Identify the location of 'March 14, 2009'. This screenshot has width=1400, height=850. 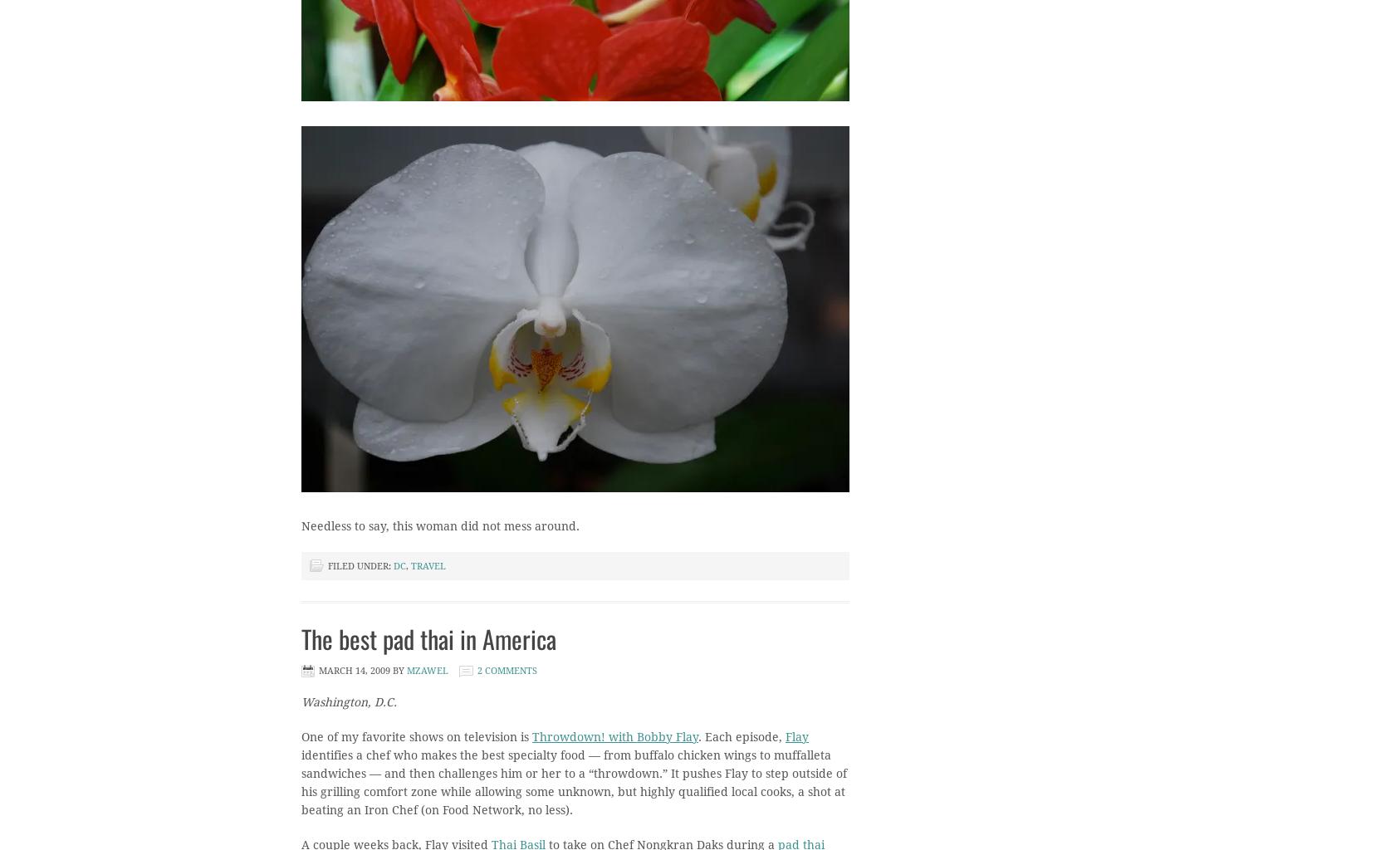
(355, 671).